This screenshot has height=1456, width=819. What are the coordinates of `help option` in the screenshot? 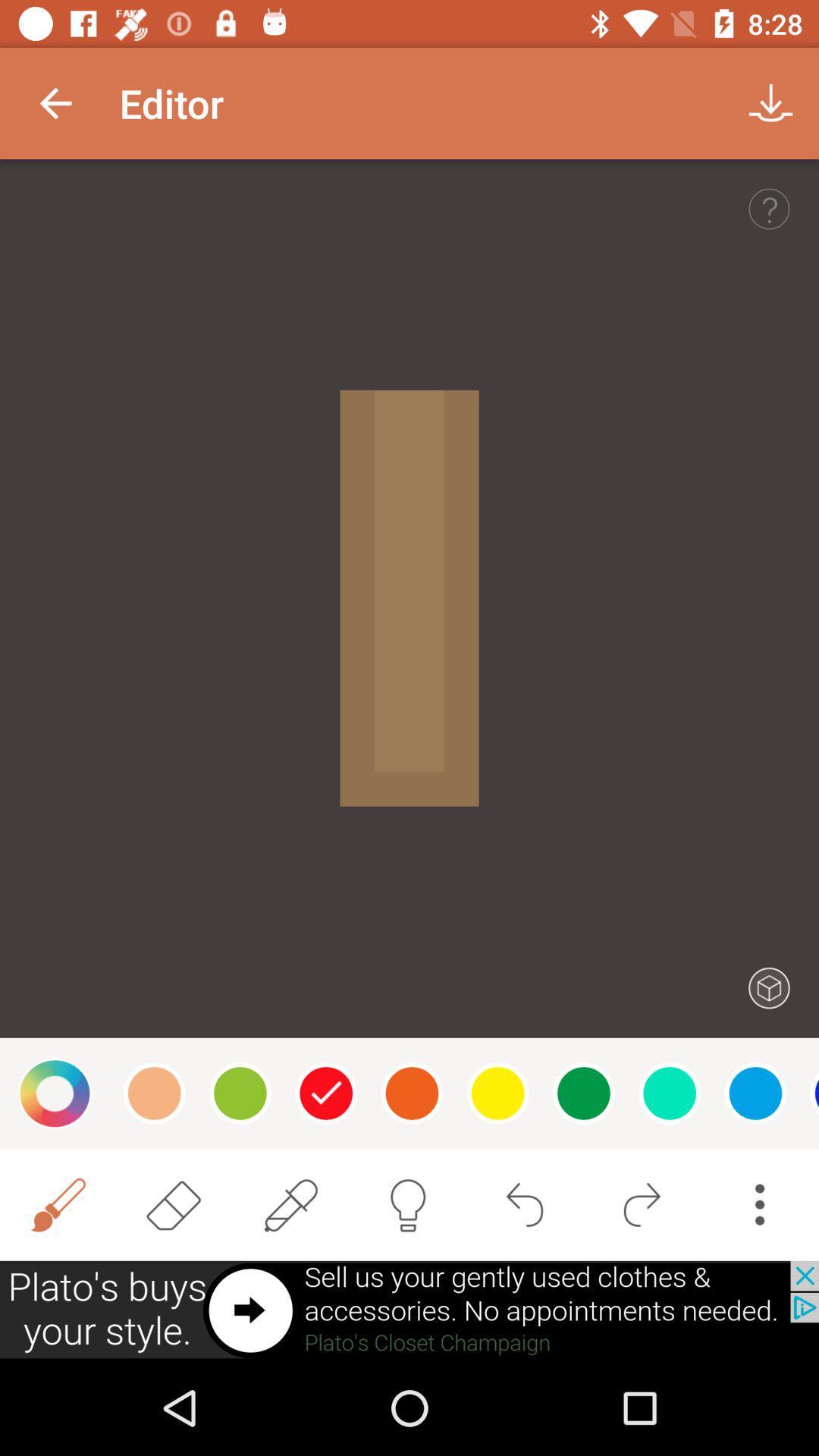 It's located at (769, 208).